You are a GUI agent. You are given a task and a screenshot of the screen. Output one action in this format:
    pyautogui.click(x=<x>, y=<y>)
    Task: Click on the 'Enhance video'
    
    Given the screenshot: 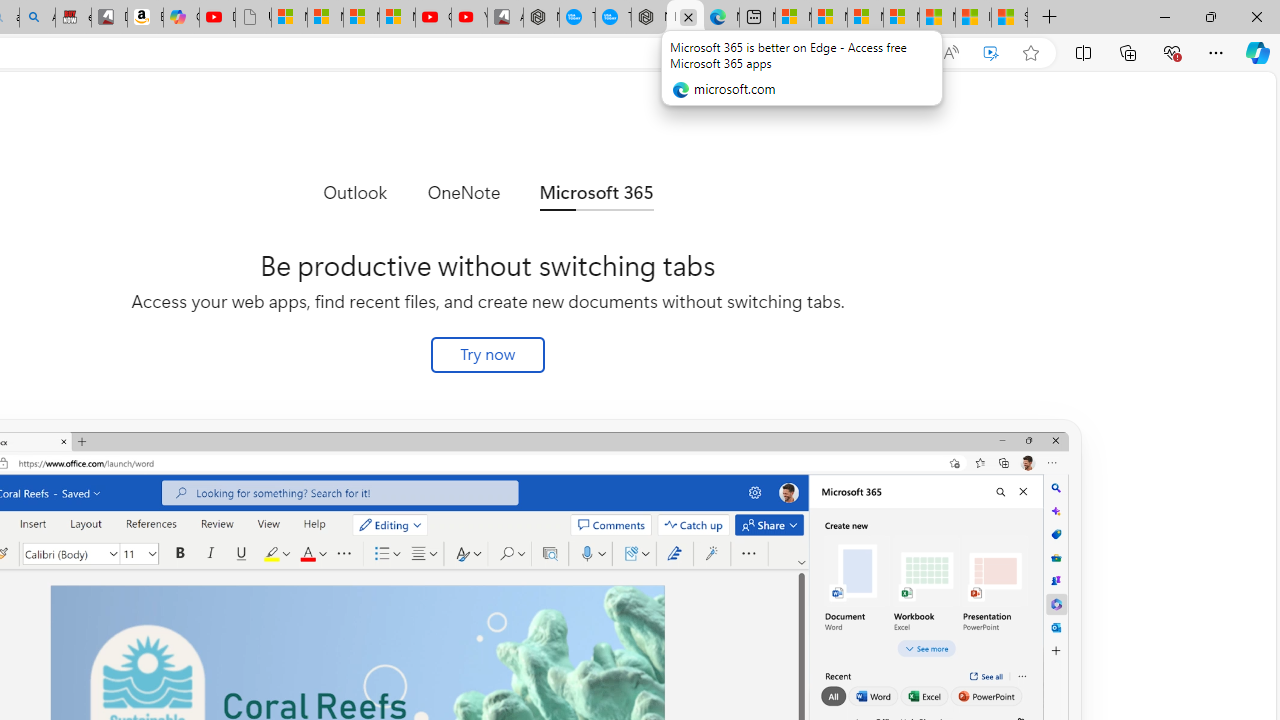 What is the action you would take?
    pyautogui.click(x=991, y=52)
    